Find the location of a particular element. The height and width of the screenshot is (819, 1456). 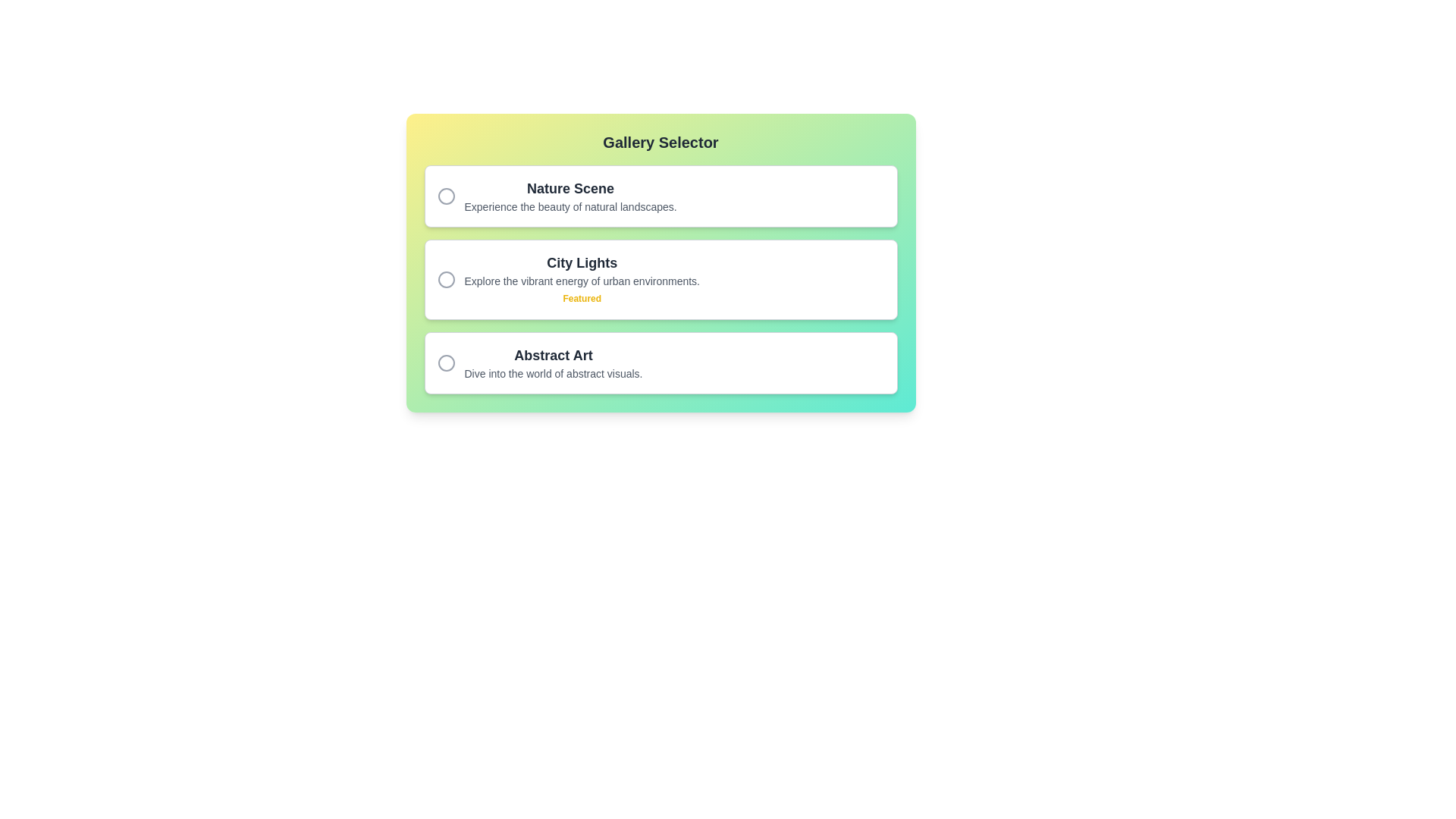

the radio button located to the left of the text 'Nature Scene' is located at coordinates (445, 195).